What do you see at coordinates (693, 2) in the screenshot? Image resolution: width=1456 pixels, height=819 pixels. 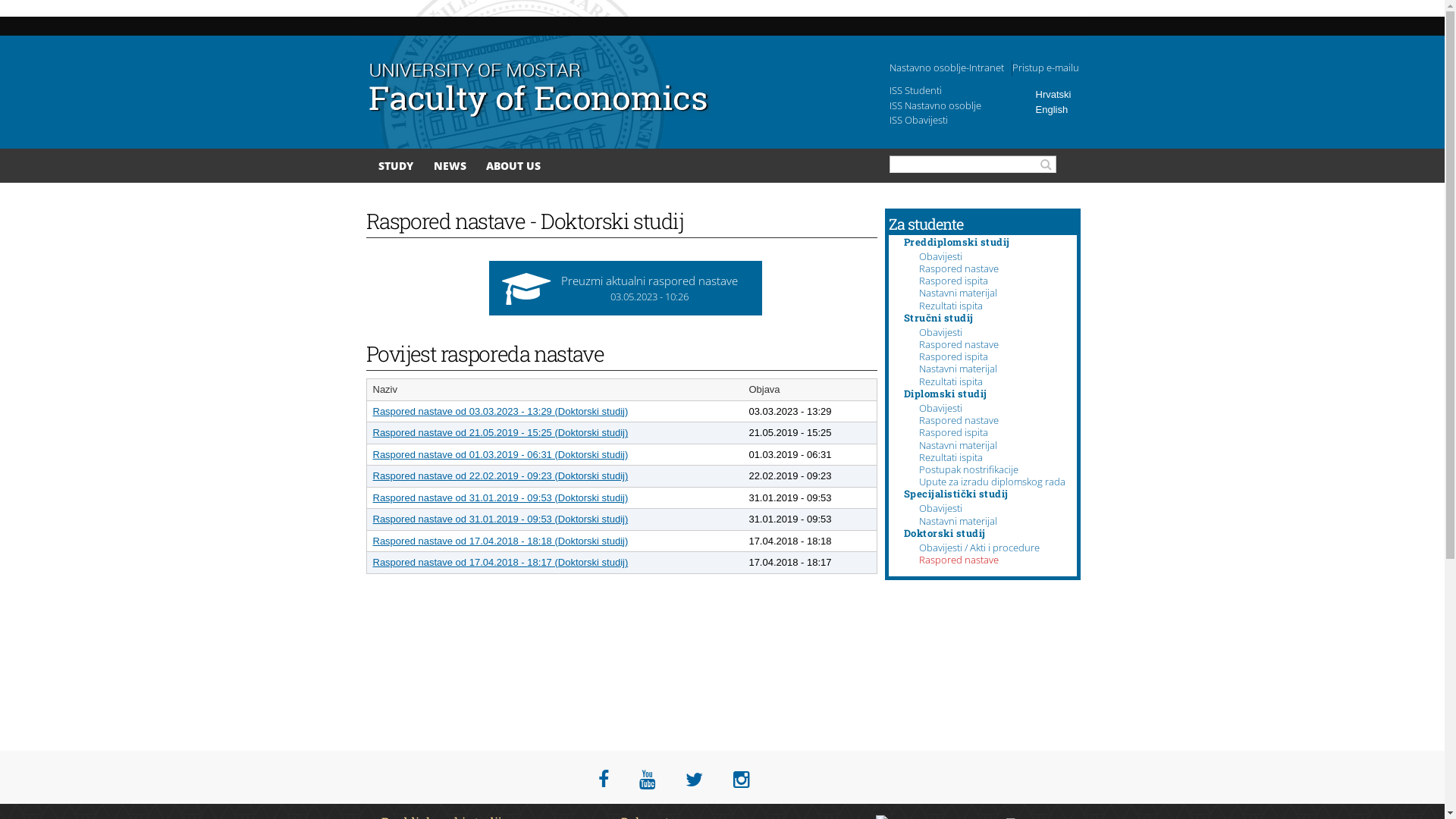 I see `'Skip to main content'` at bounding box center [693, 2].